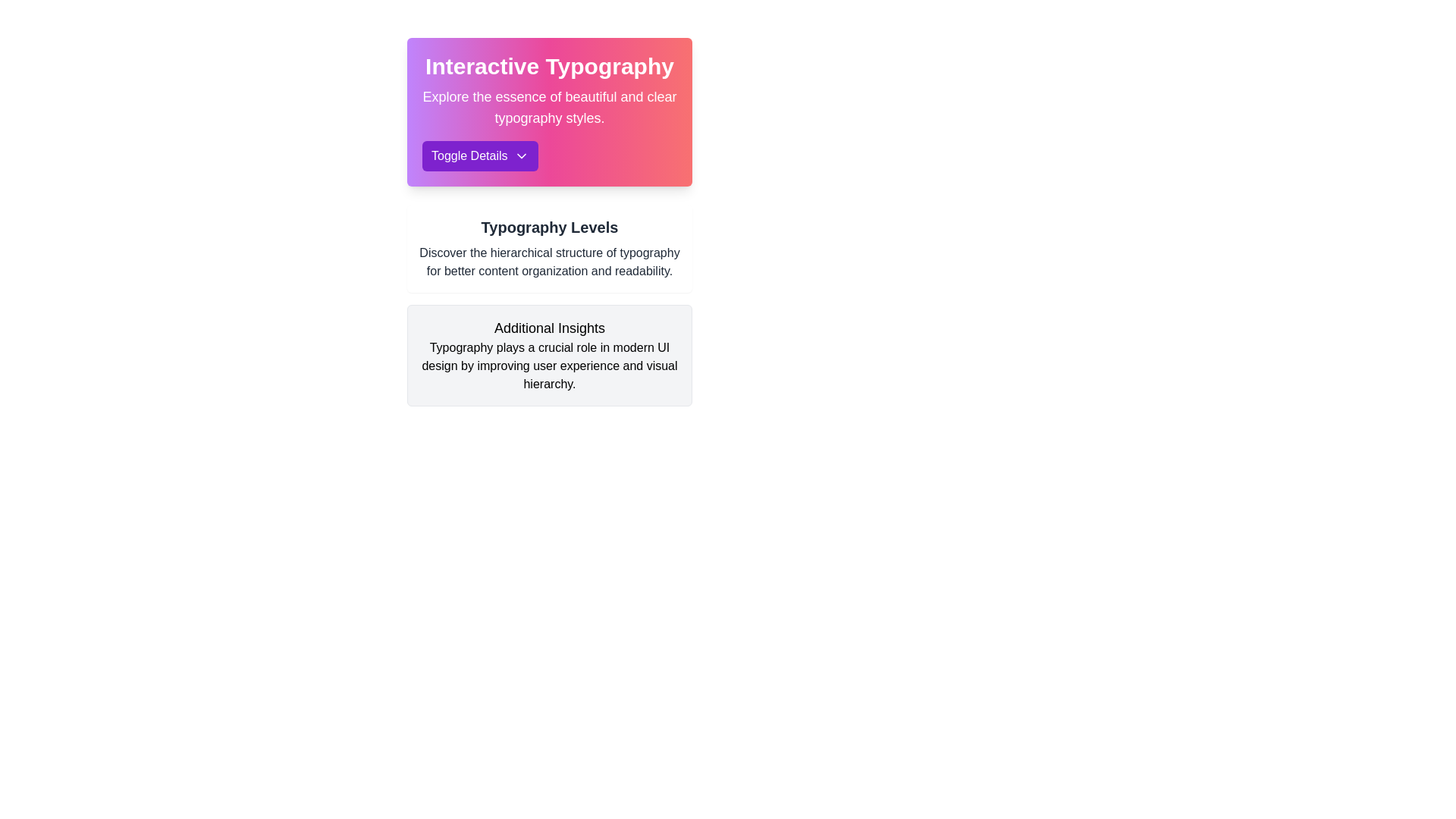 The width and height of the screenshot is (1456, 819). Describe the element at coordinates (548, 107) in the screenshot. I see `the text label containing 'Explore the essence of beautiful and clear typography styles.' which is styled in a large font and positioned below the 'Interactive Typography' heading` at that location.